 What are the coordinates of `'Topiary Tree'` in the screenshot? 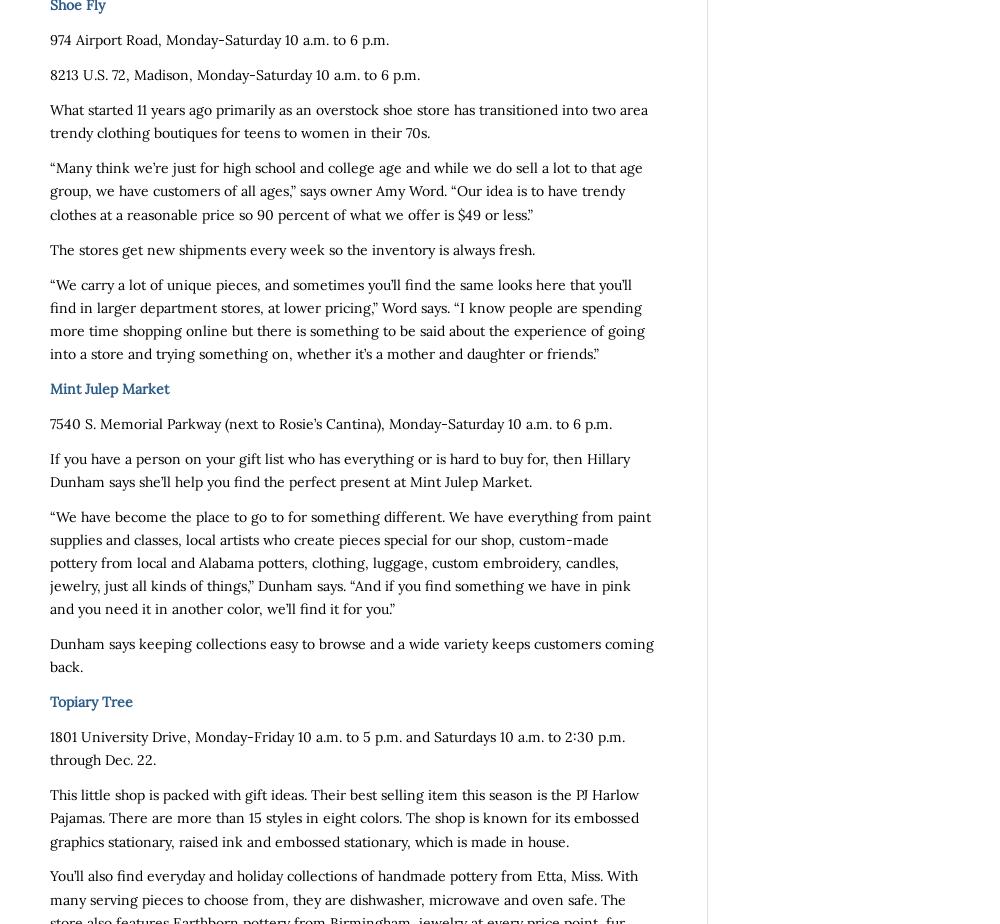 It's located at (92, 701).